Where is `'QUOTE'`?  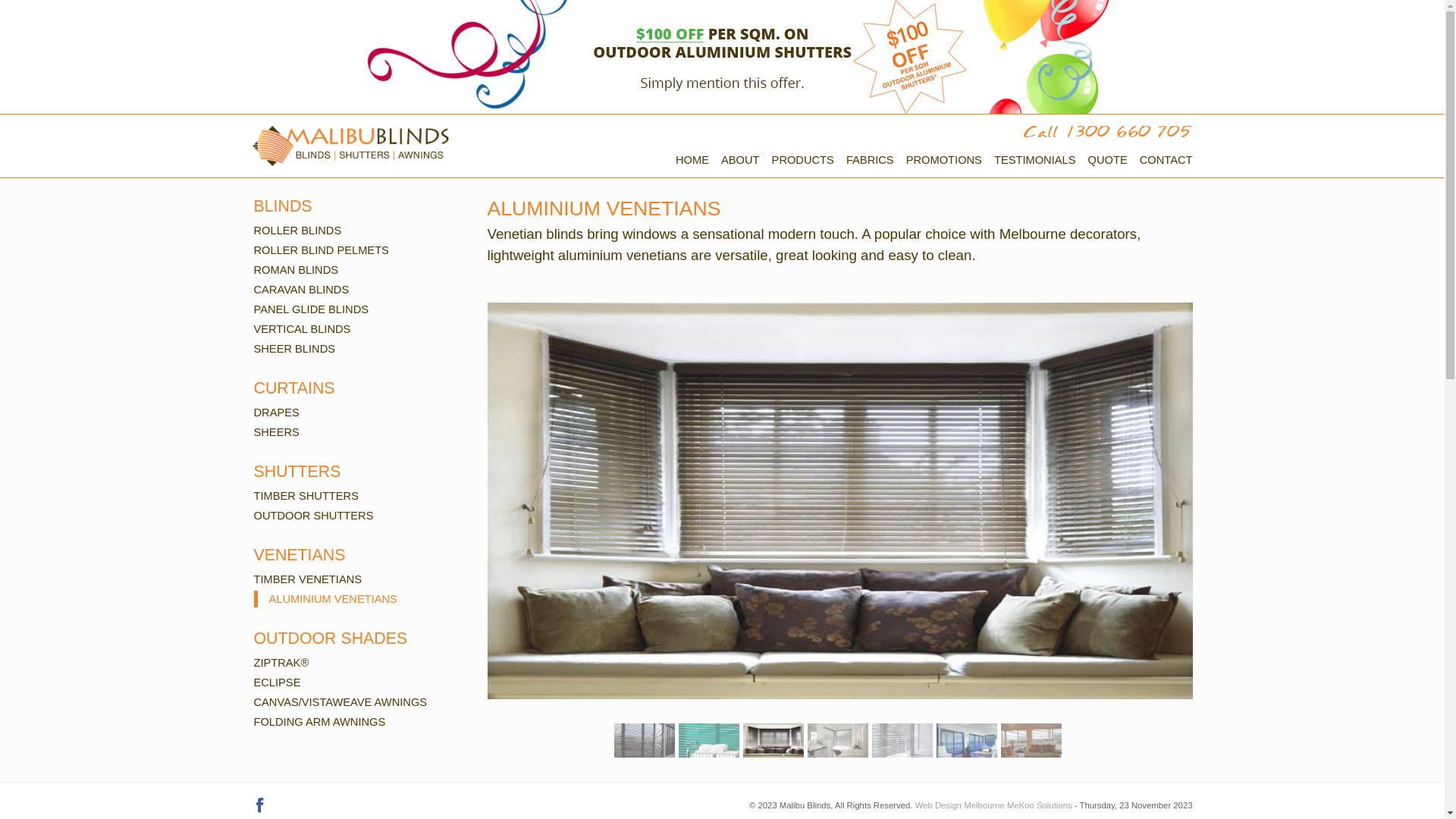
'QUOTE' is located at coordinates (1107, 160).